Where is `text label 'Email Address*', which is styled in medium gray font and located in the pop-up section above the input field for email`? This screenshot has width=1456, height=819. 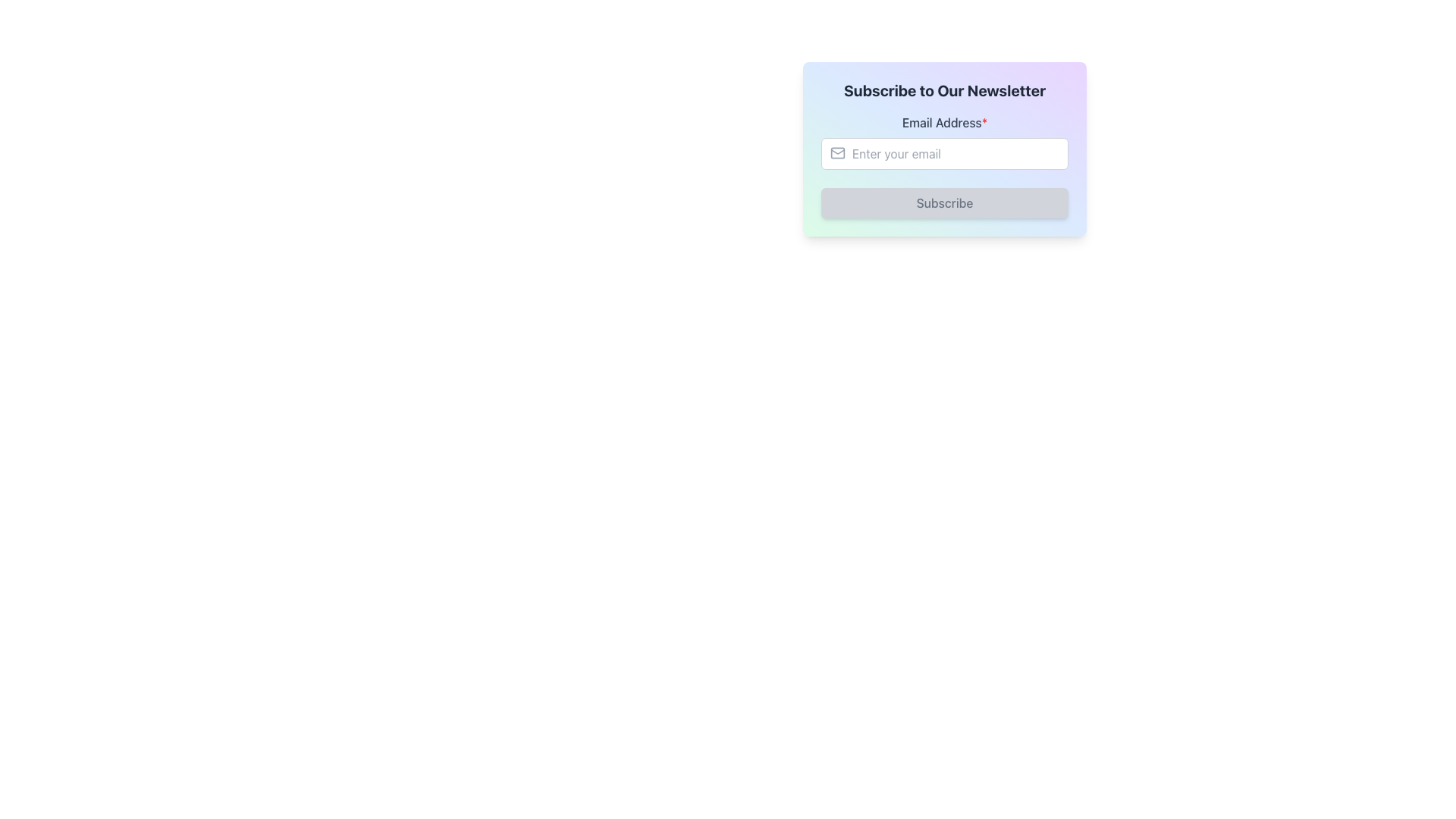 text label 'Email Address*', which is styled in medium gray font and located in the pop-up section above the input field for email is located at coordinates (944, 122).